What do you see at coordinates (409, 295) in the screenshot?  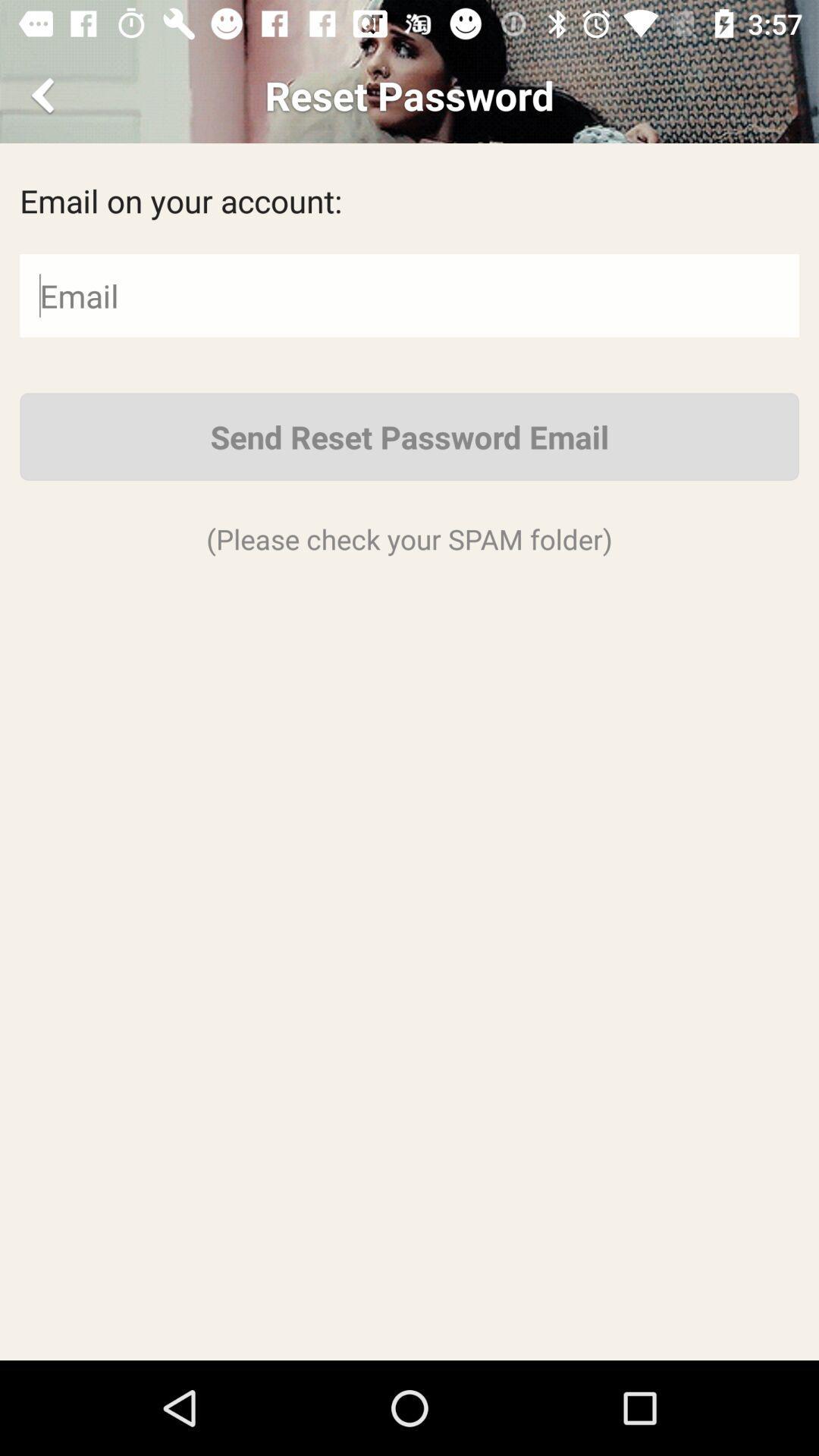 I see `typing box` at bounding box center [409, 295].